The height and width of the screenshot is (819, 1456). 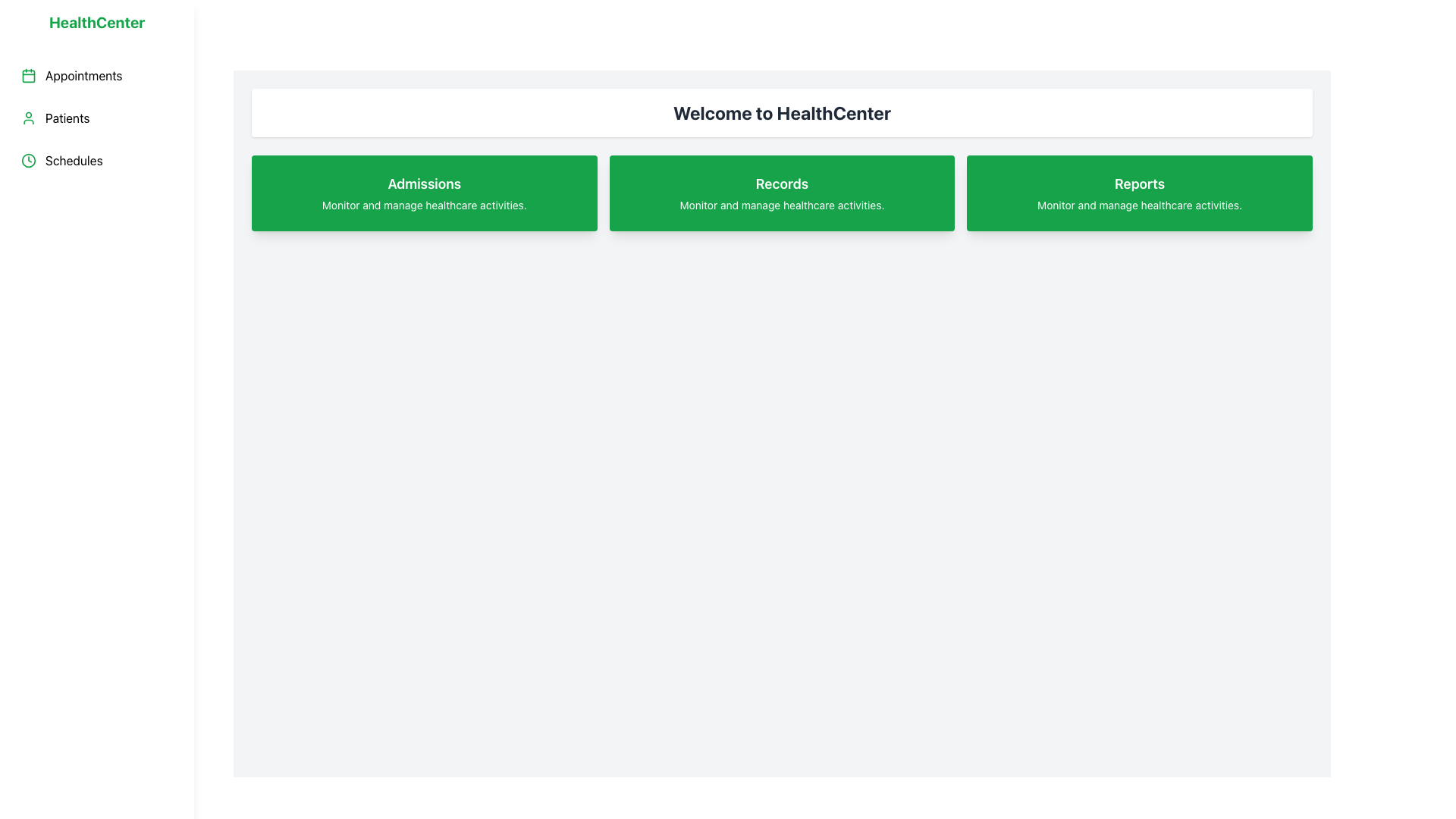 What do you see at coordinates (29, 161) in the screenshot?
I see `the green circular base of the clock icon` at bounding box center [29, 161].